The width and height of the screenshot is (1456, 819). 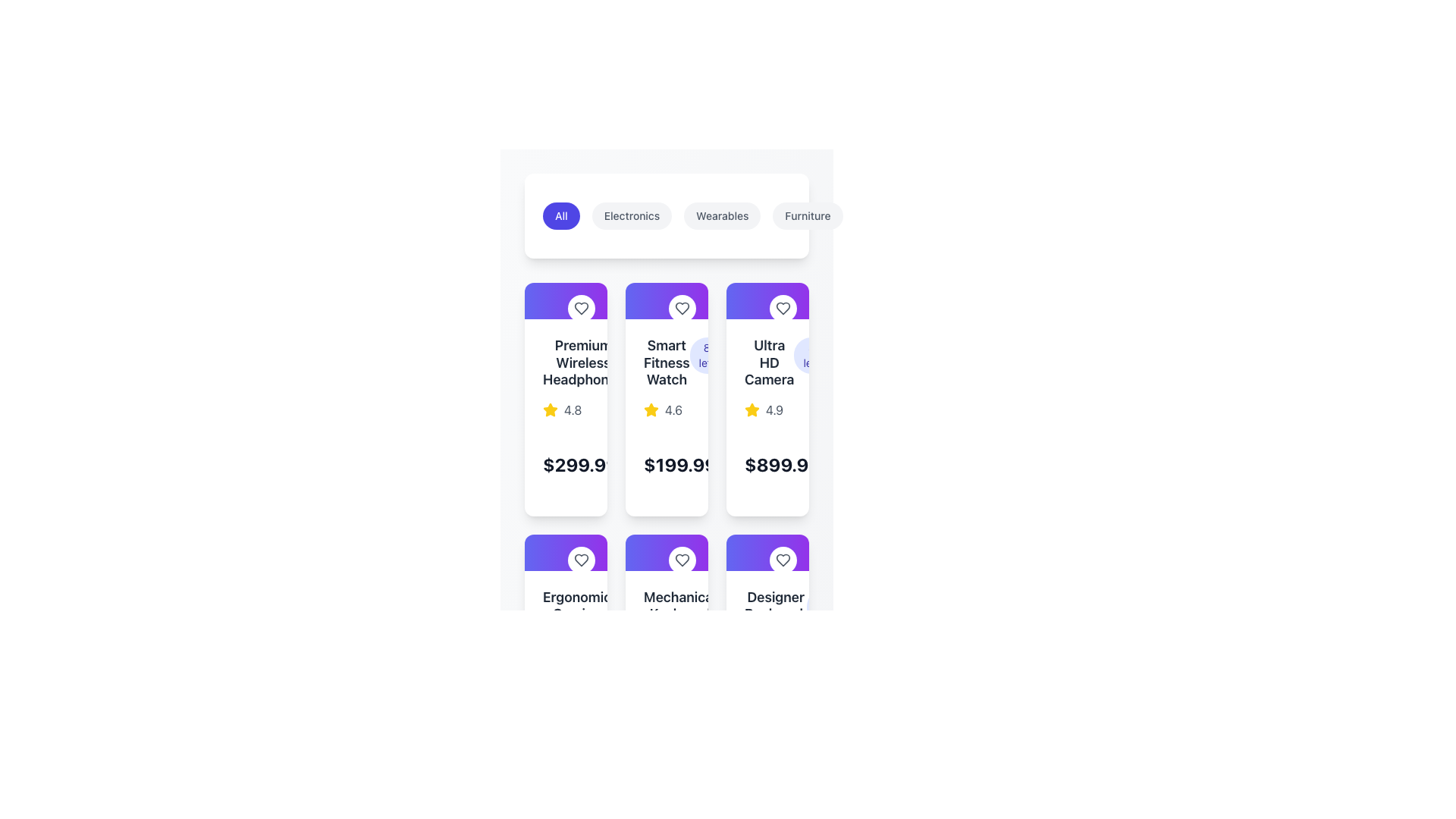 I want to click on the 'Ultra HD Camera' text label, so click(x=767, y=362).